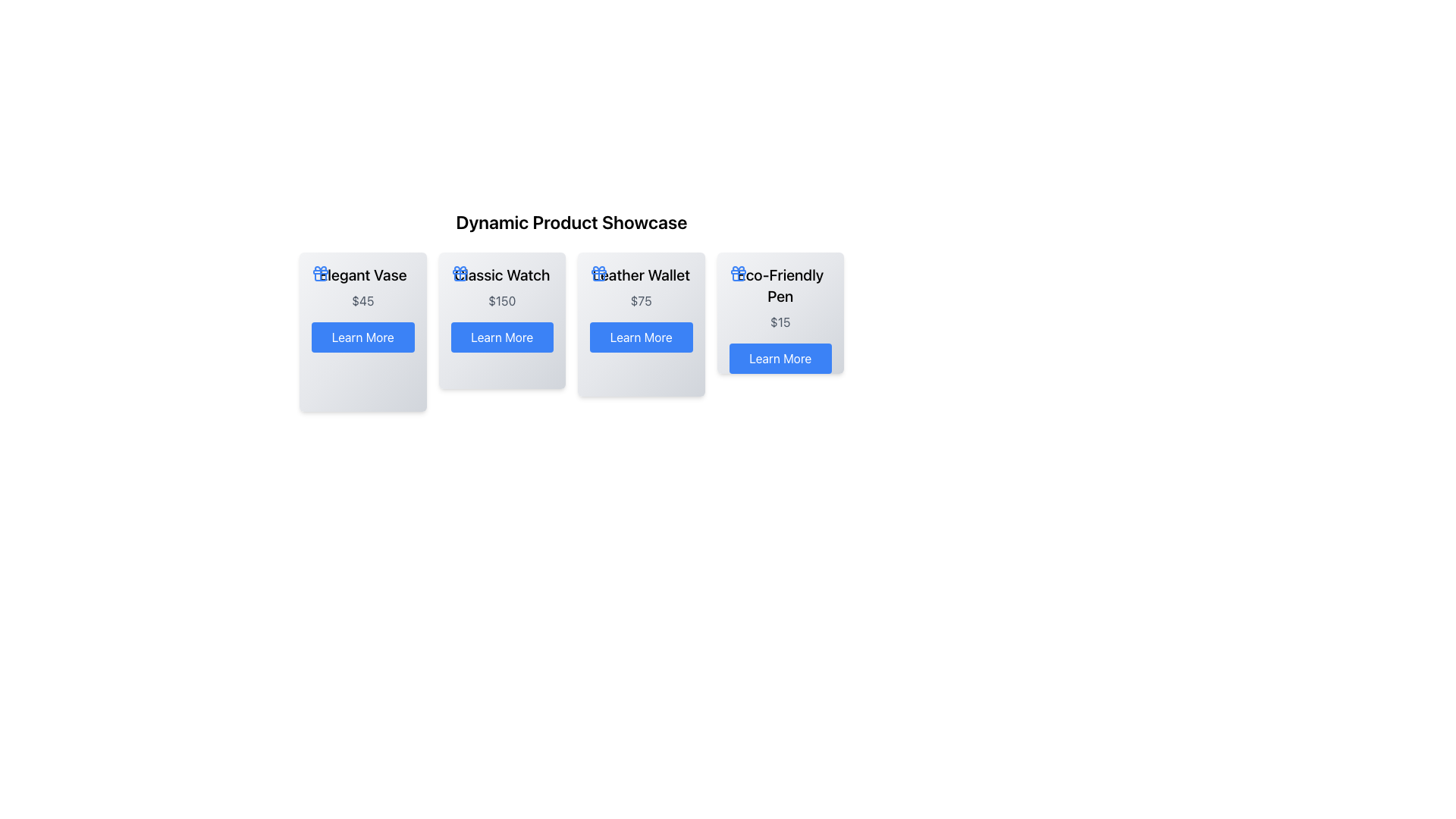 This screenshot has height=819, width=1456. I want to click on the Static Text Display that shows the price '$150', which is styled with a modern sans-serif font and is located below the product name 'Classic Watch' in the third product card, so click(502, 301).